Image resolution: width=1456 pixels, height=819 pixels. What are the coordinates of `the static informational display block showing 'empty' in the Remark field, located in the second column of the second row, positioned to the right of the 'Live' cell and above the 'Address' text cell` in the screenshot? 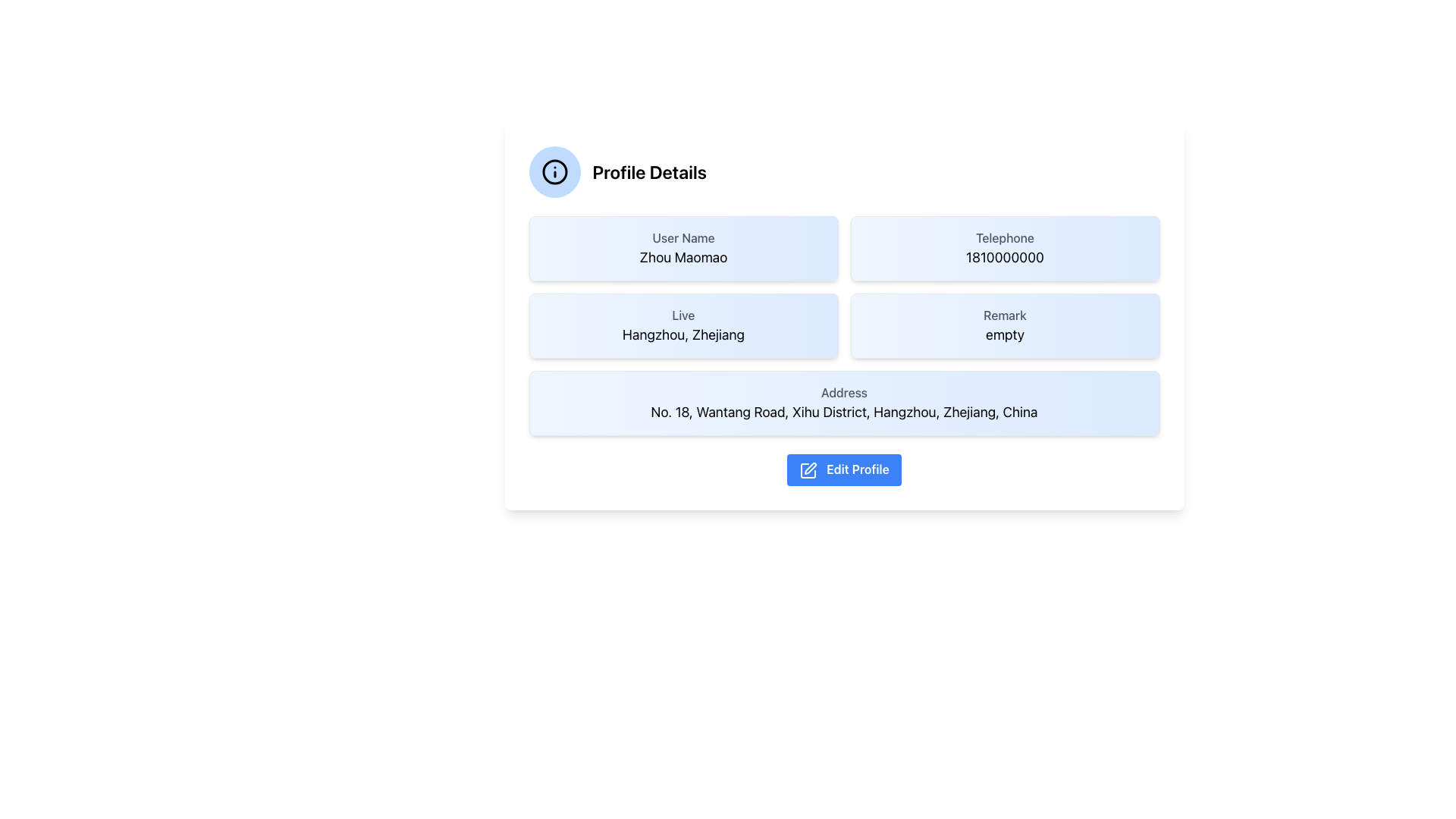 It's located at (1005, 325).